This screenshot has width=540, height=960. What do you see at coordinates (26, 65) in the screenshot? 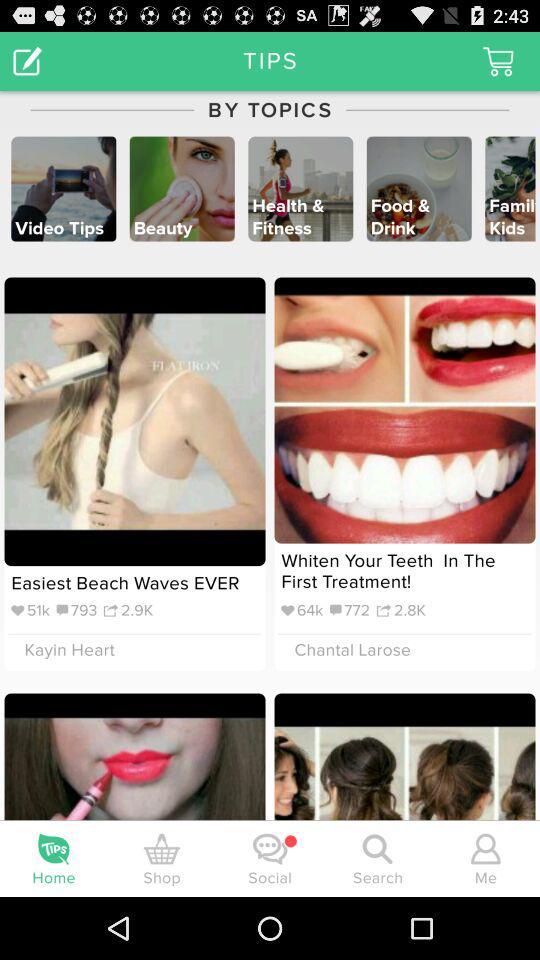
I see `the edit icon` at bounding box center [26, 65].